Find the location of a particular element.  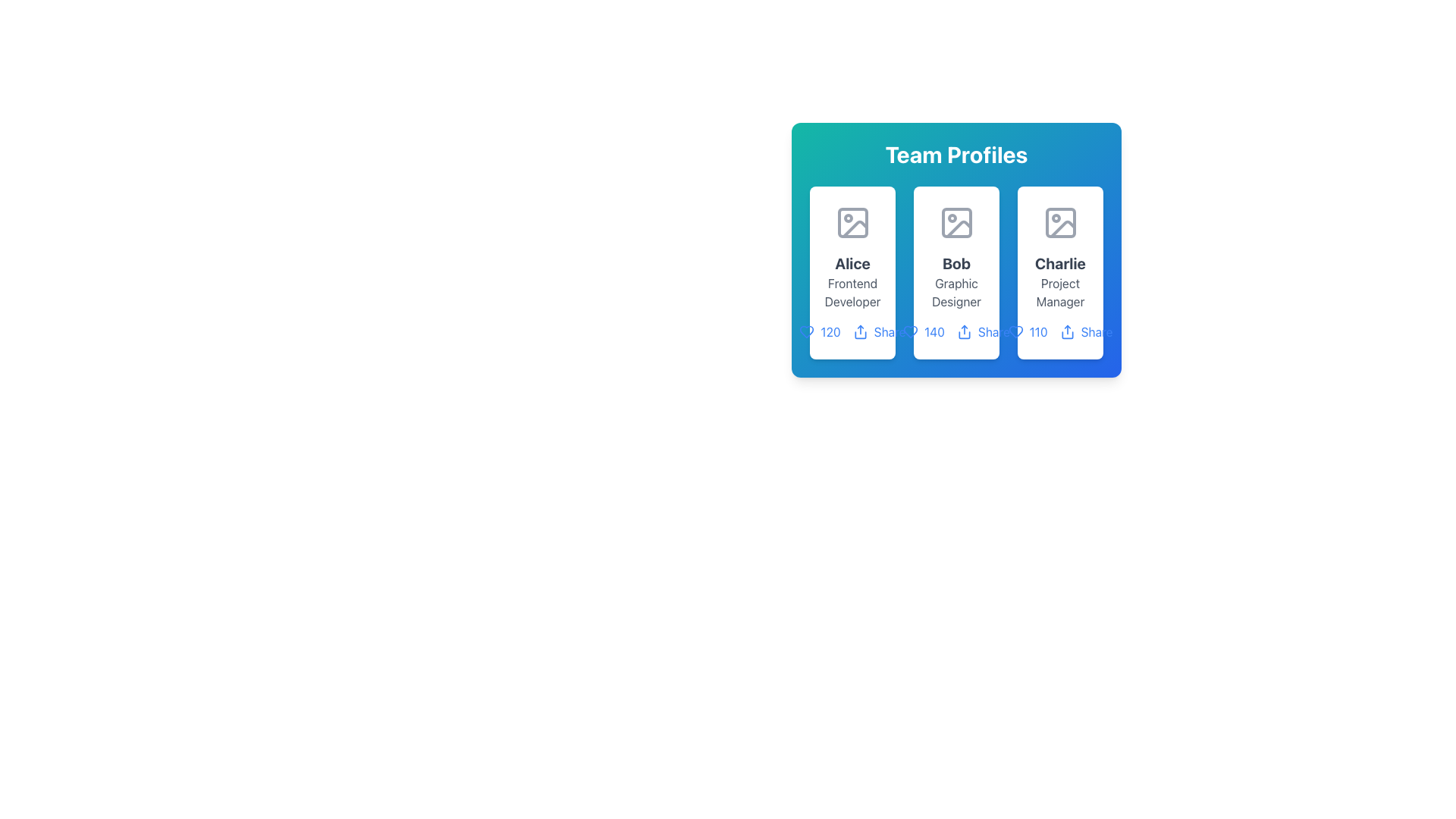

the share icon within the Interactive Display Component labeled '110 Share' located at the bottom of Charlie's profile card to initiate sharing is located at coordinates (1059, 331).